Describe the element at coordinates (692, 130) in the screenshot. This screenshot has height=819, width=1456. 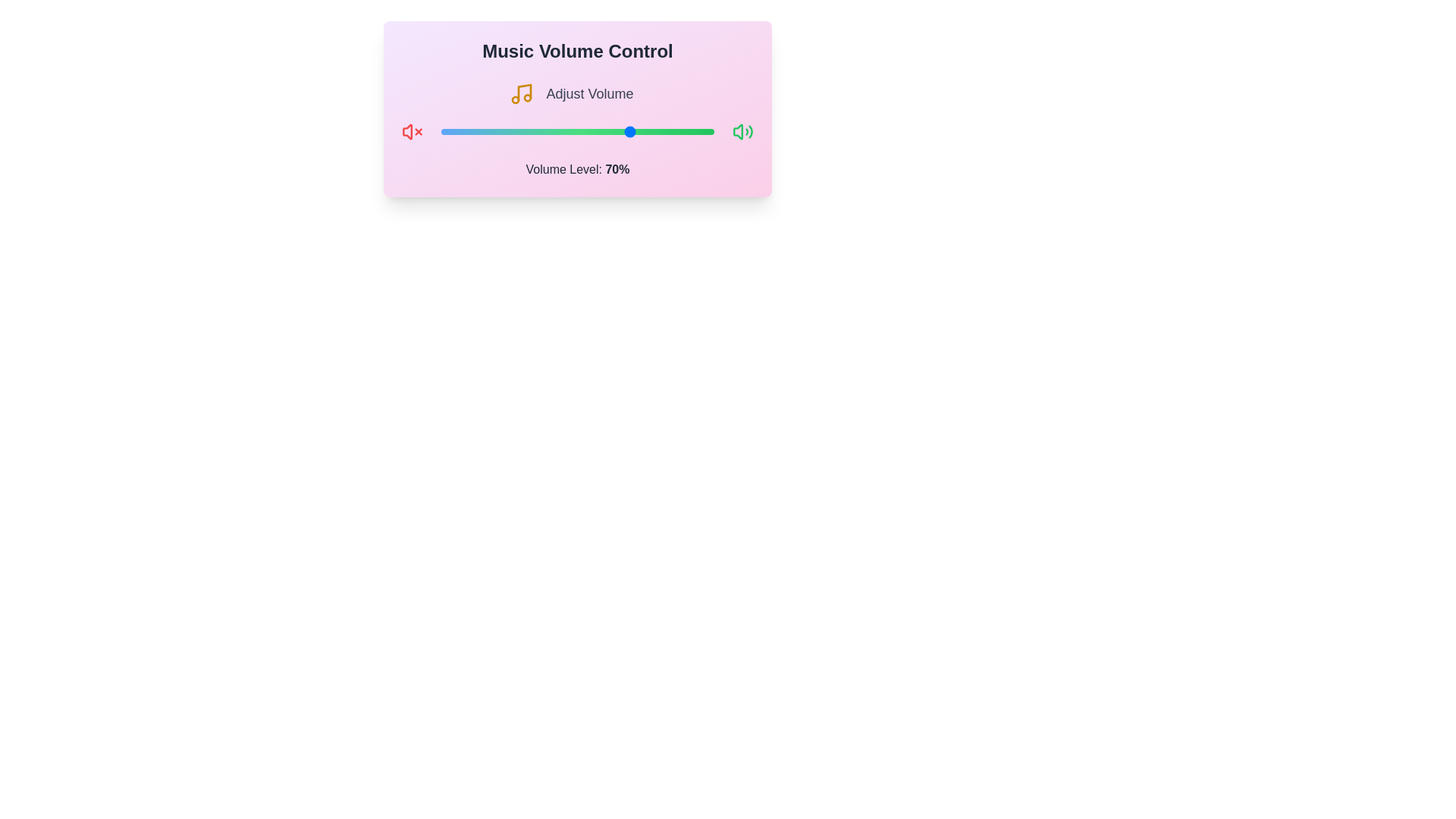
I see `the volume slider to 92%` at that location.